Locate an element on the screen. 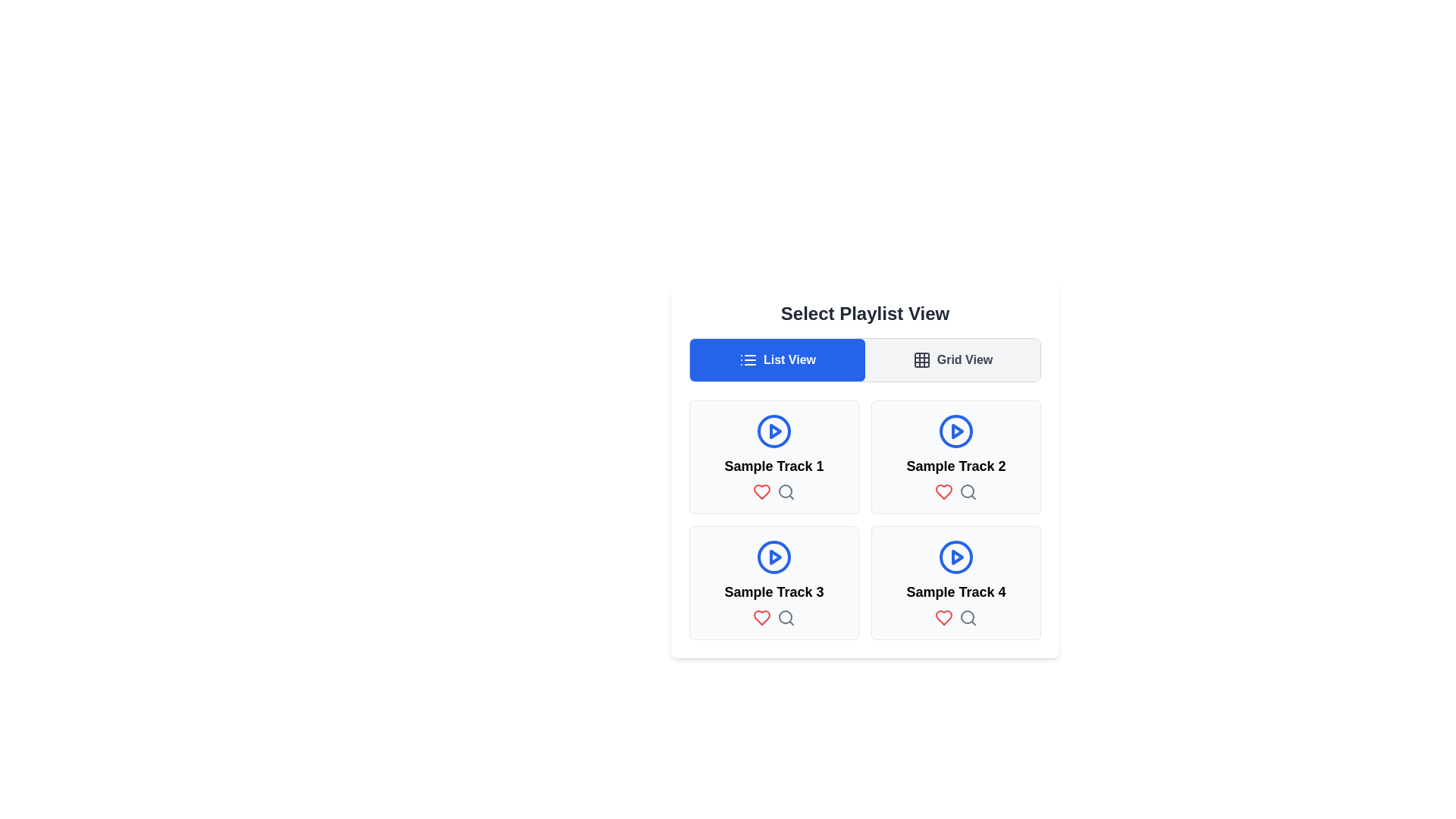 The width and height of the screenshot is (1456, 819). the associated track using the text label 'Sample Track 4' located is located at coordinates (955, 591).